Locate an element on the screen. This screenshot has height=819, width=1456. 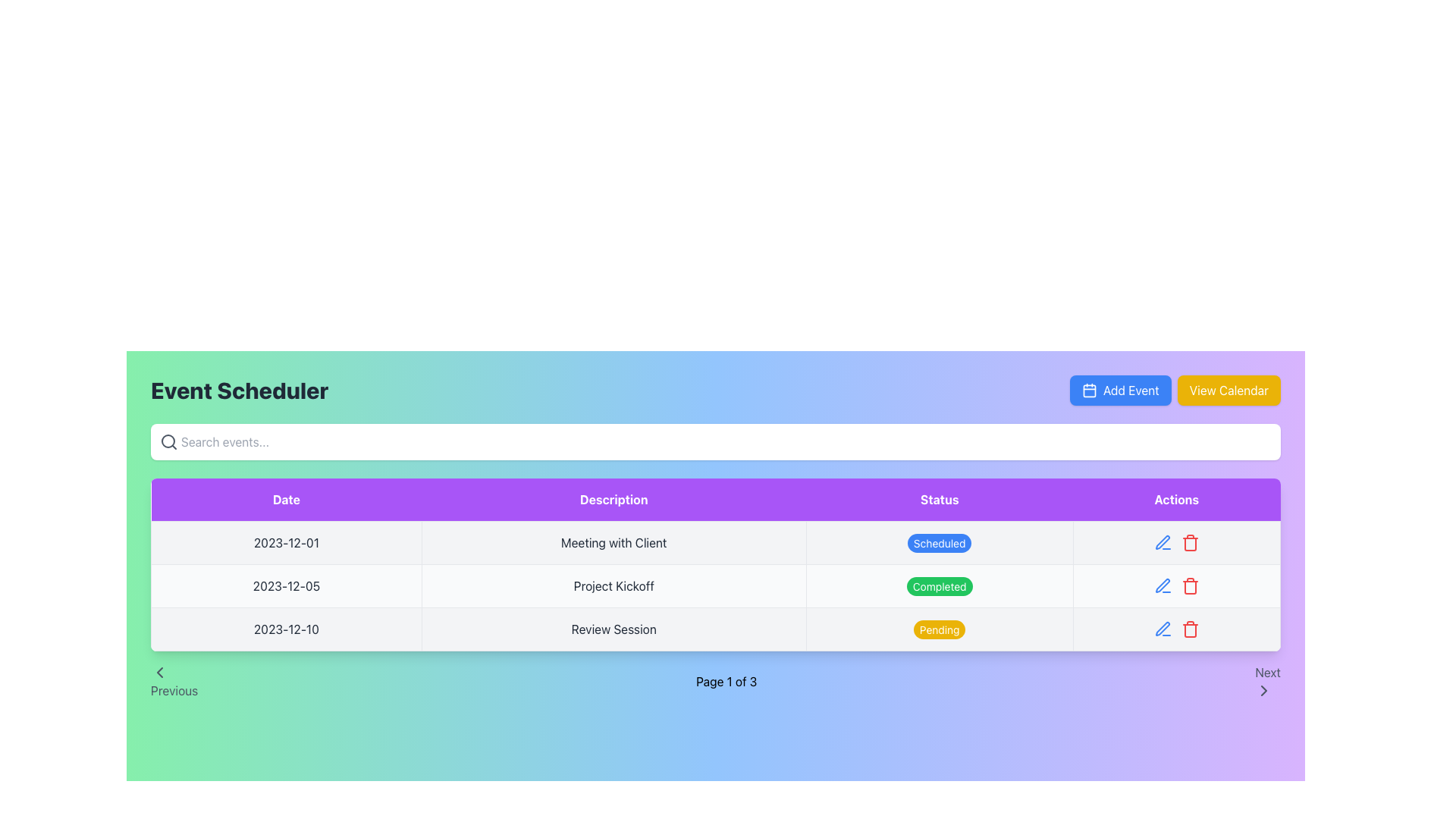
the Text Label displaying '2023-12-01' located in the top row of the 'Date' column within a table is located at coordinates (286, 542).